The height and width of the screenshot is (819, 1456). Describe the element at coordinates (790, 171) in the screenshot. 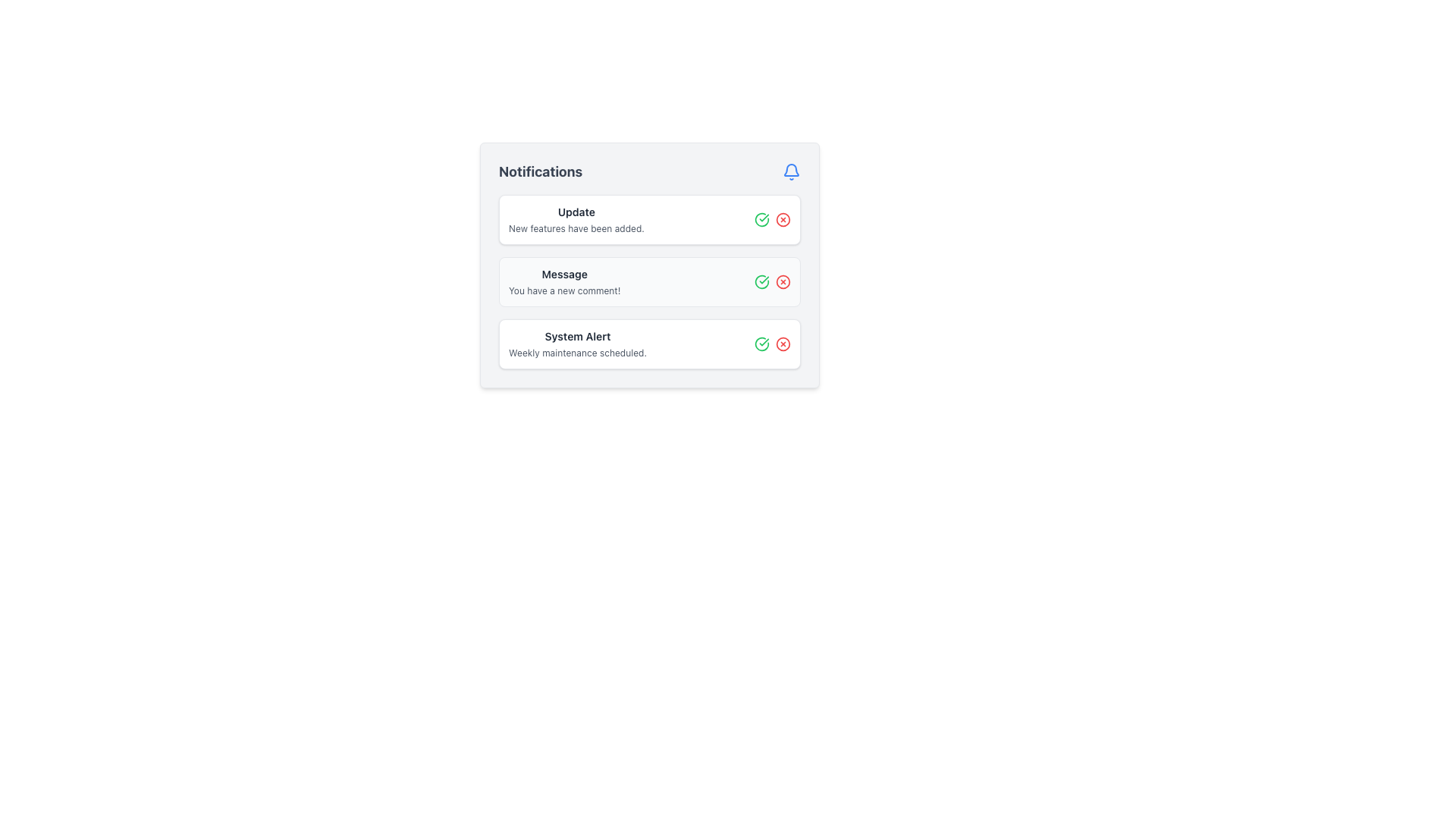

I see `the notification icon located on the far right of the notifications panel, adjacent to the 'Notifications' text` at that location.